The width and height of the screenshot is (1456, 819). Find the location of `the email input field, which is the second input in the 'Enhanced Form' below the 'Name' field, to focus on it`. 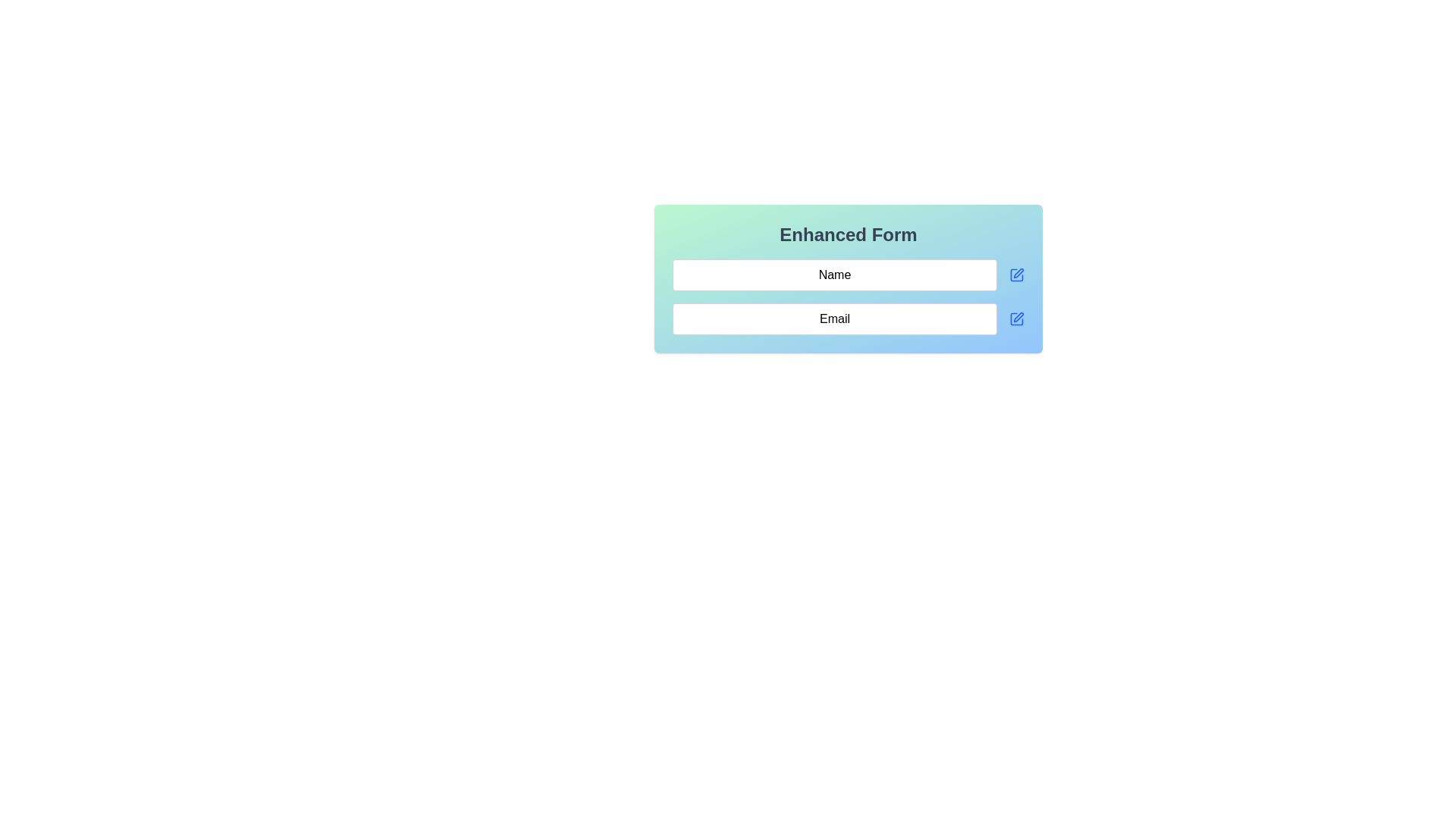

the email input field, which is the second input in the 'Enhanced Form' below the 'Name' field, to focus on it is located at coordinates (847, 318).